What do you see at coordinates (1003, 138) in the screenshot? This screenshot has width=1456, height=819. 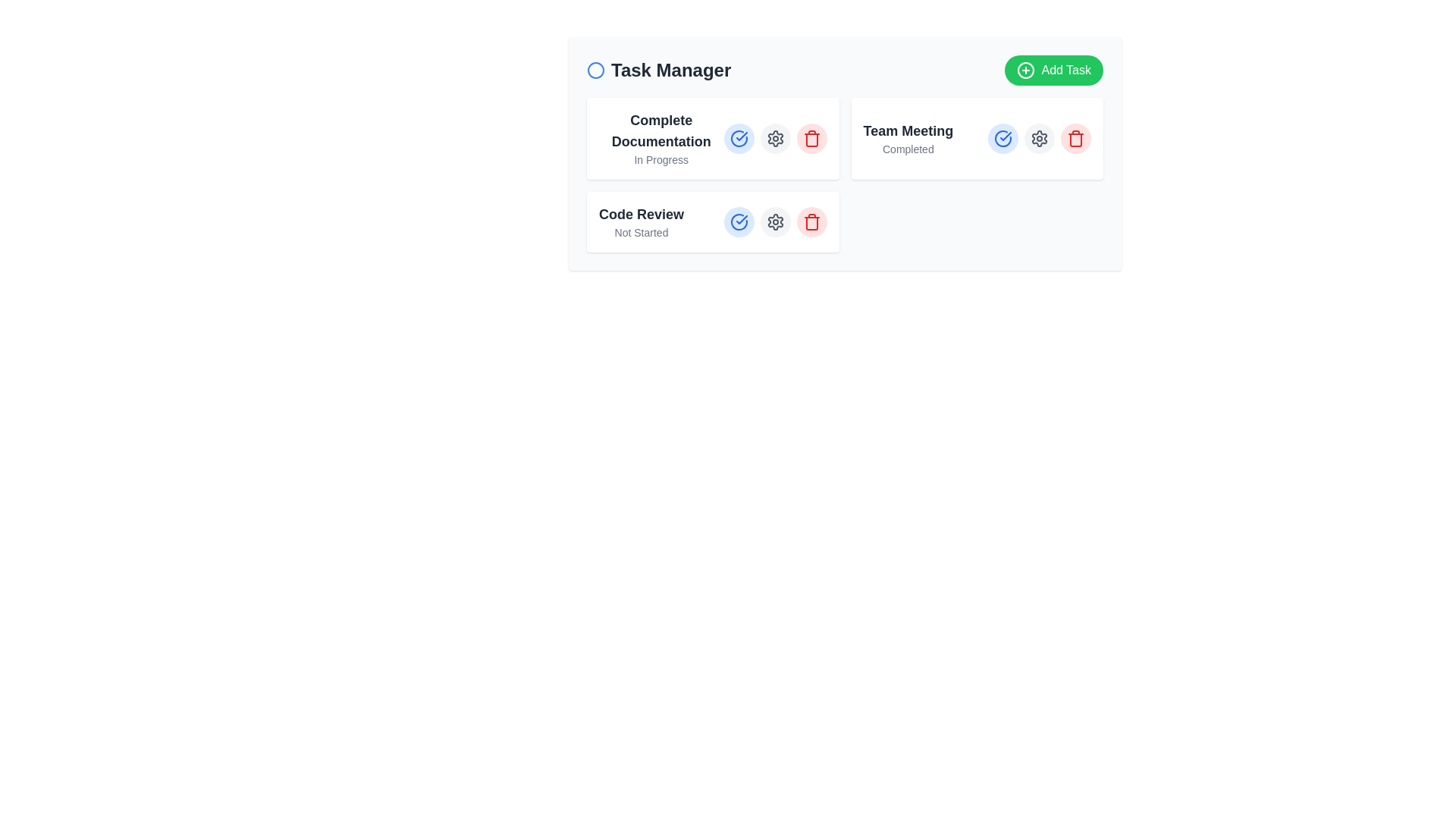 I see `the blue outlined circle icon with a checkmark inside, located` at bounding box center [1003, 138].